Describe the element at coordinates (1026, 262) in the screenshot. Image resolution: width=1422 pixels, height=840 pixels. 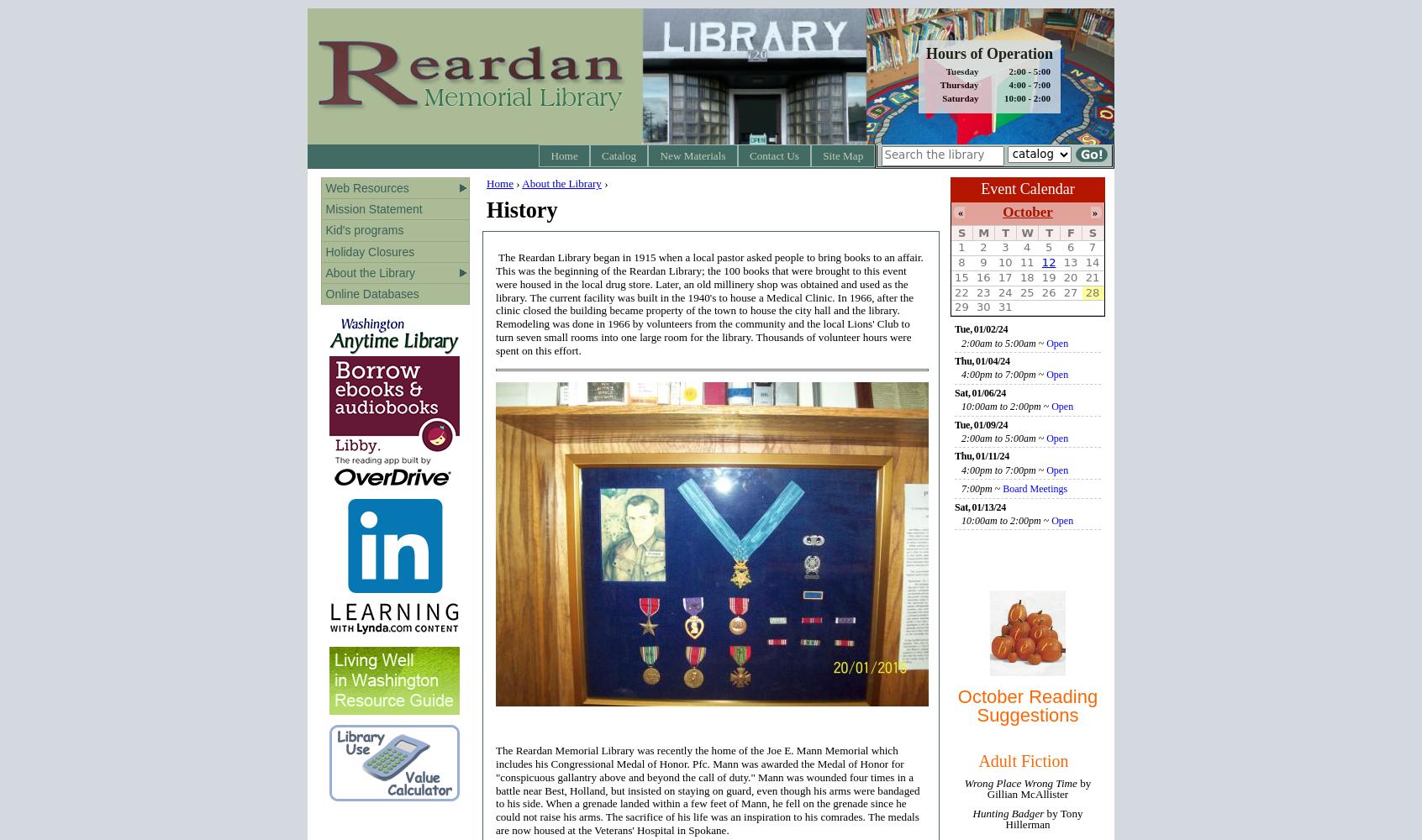
I see `'11'` at that location.